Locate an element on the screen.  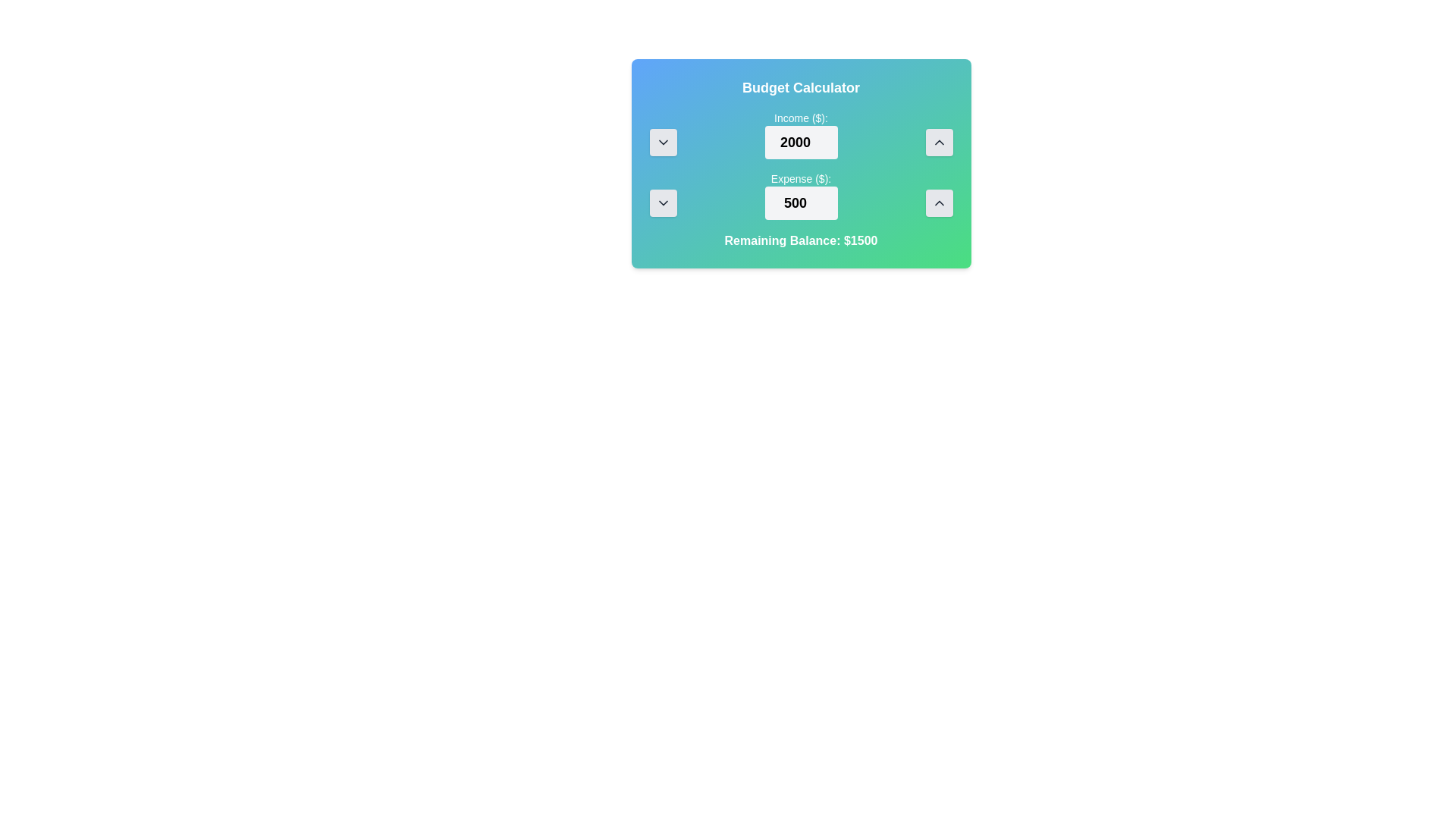
the decrease value button located on the upper-left side of the budget calculator interface, positioned to the left of the 'Income ($):' text input field to change its background color is located at coordinates (663, 143).